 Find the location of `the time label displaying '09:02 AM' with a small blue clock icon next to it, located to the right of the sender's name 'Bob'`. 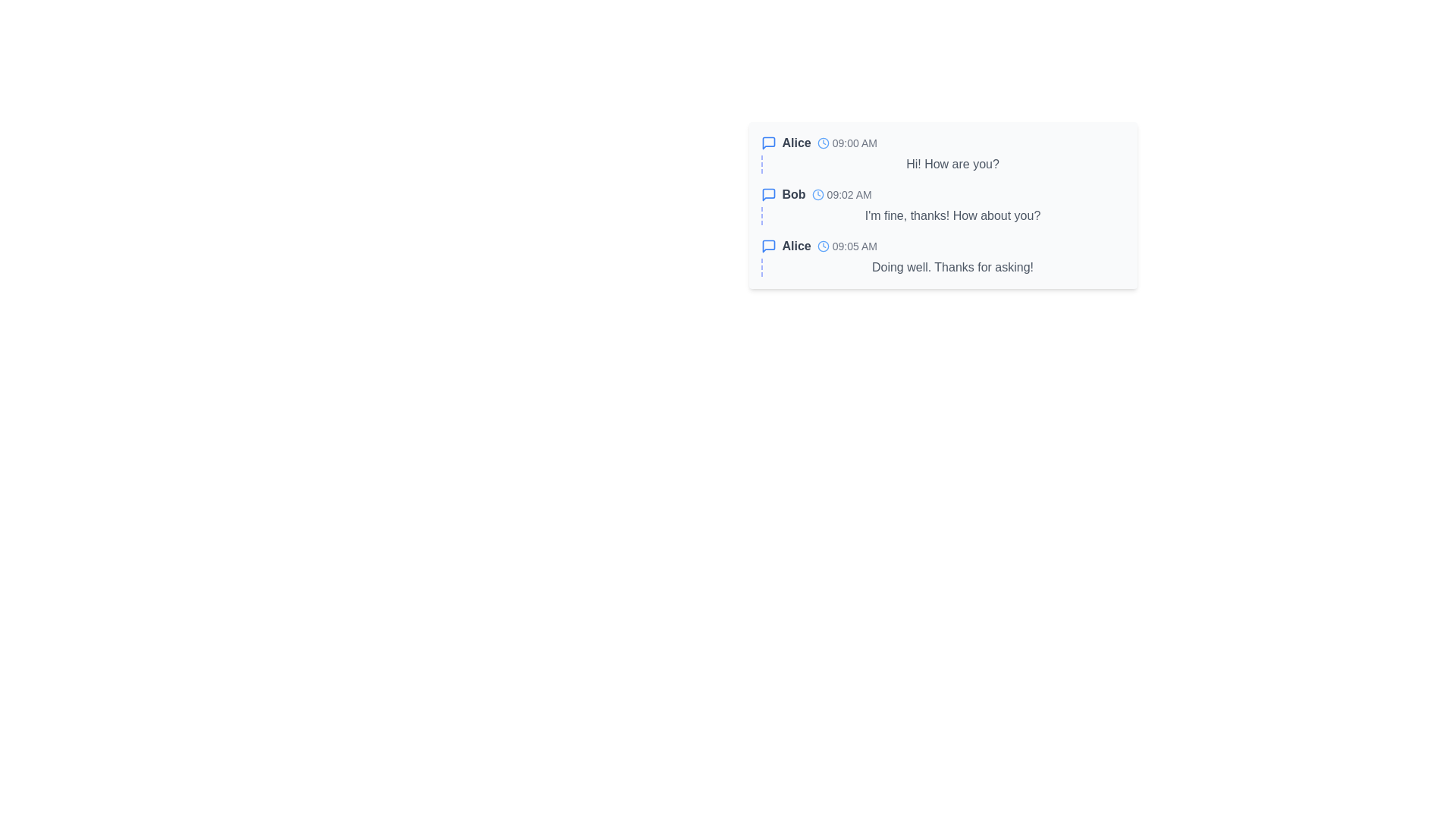

the time label displaying '09:02 AM' with a small blue clock icon next to it, located to the right of the sender's name 'Bob' is located at coordinates (841, 194).